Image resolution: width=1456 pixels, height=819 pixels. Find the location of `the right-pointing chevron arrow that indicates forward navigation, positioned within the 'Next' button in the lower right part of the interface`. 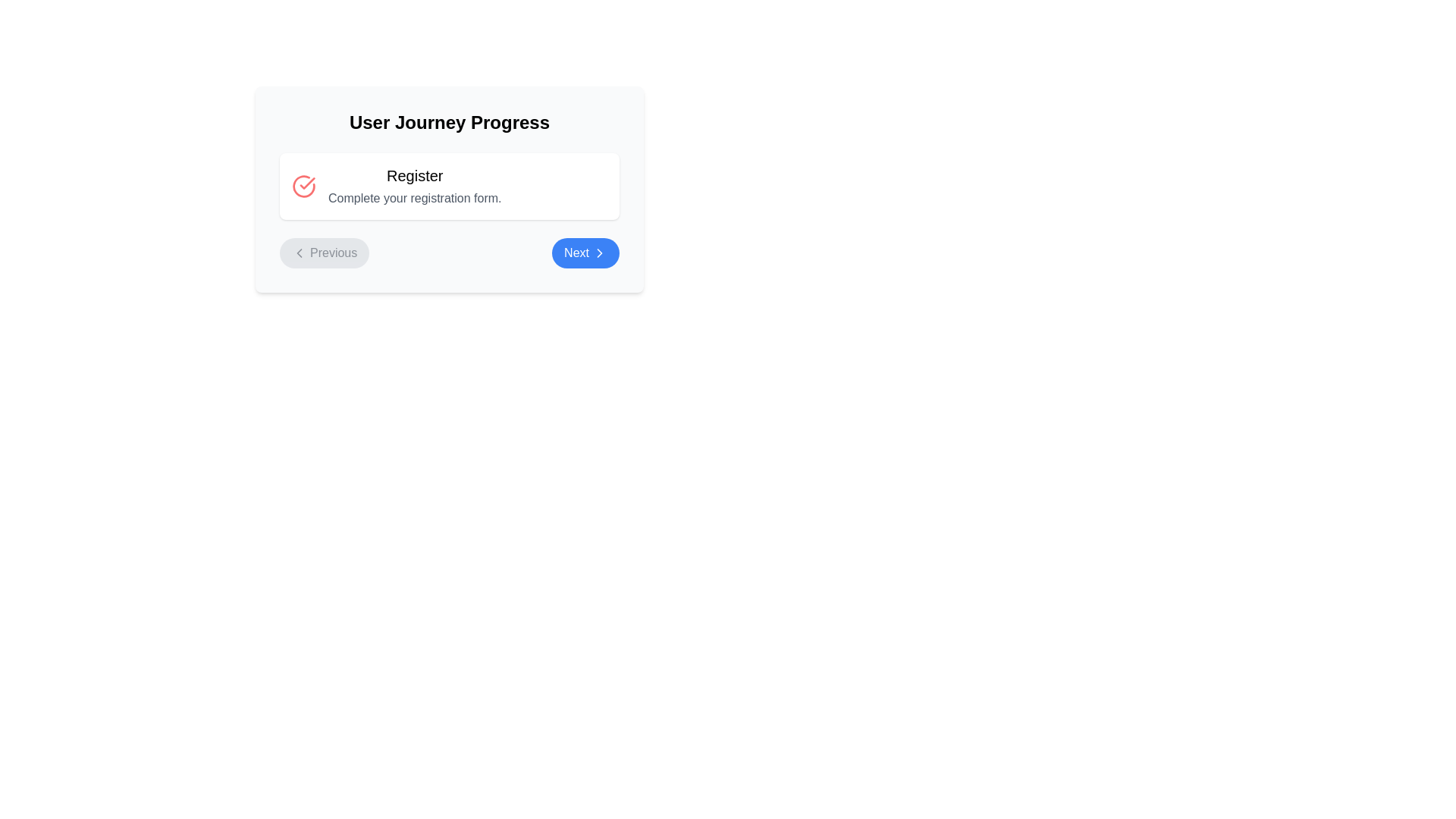

the right-pointing chevron arrow that indicates forward navigation, positioned within the 'Next' button in the lower right part of the interface is located at coordinates (599, 253).